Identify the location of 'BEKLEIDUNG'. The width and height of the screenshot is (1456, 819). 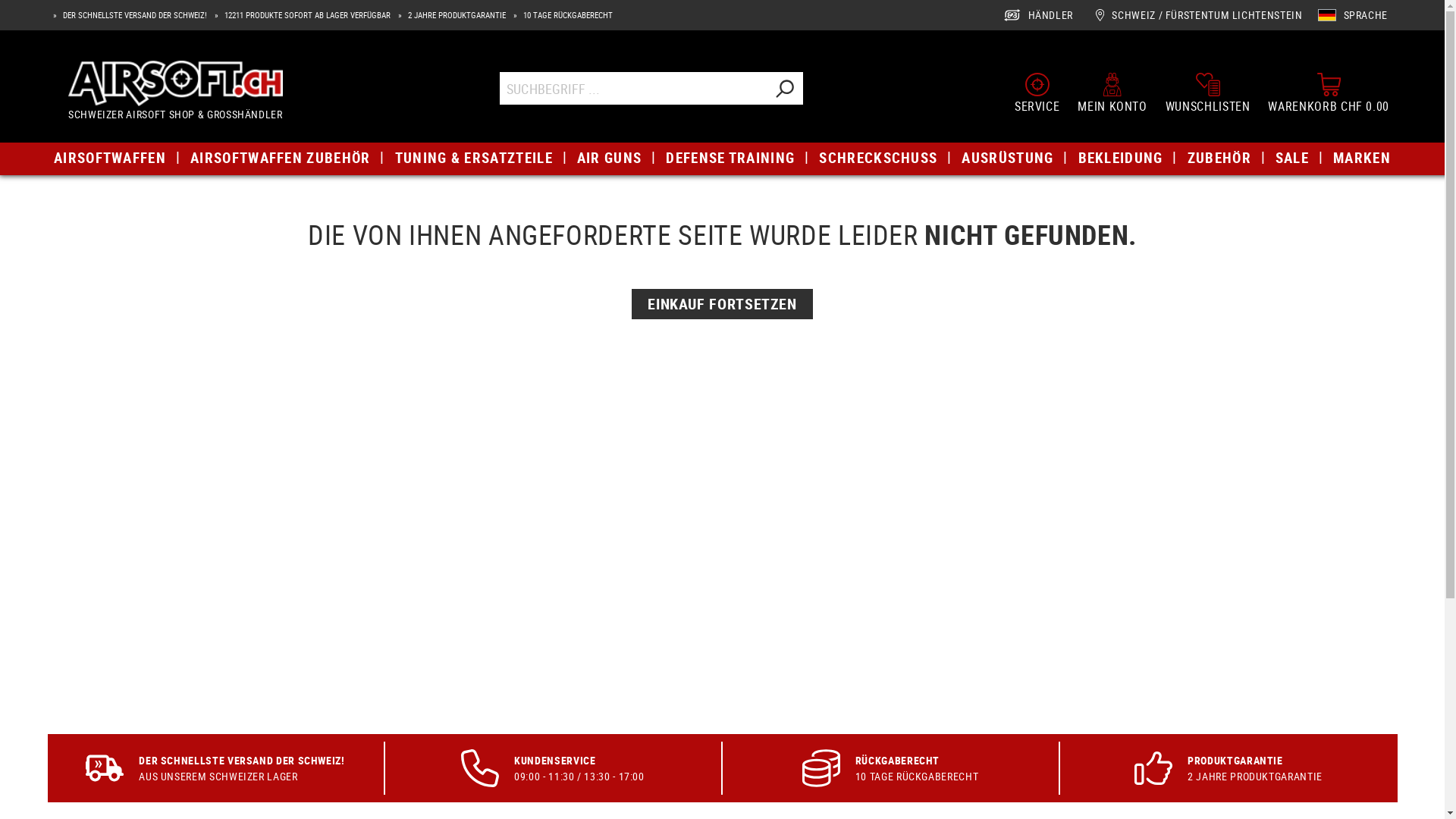
(1121, 158).